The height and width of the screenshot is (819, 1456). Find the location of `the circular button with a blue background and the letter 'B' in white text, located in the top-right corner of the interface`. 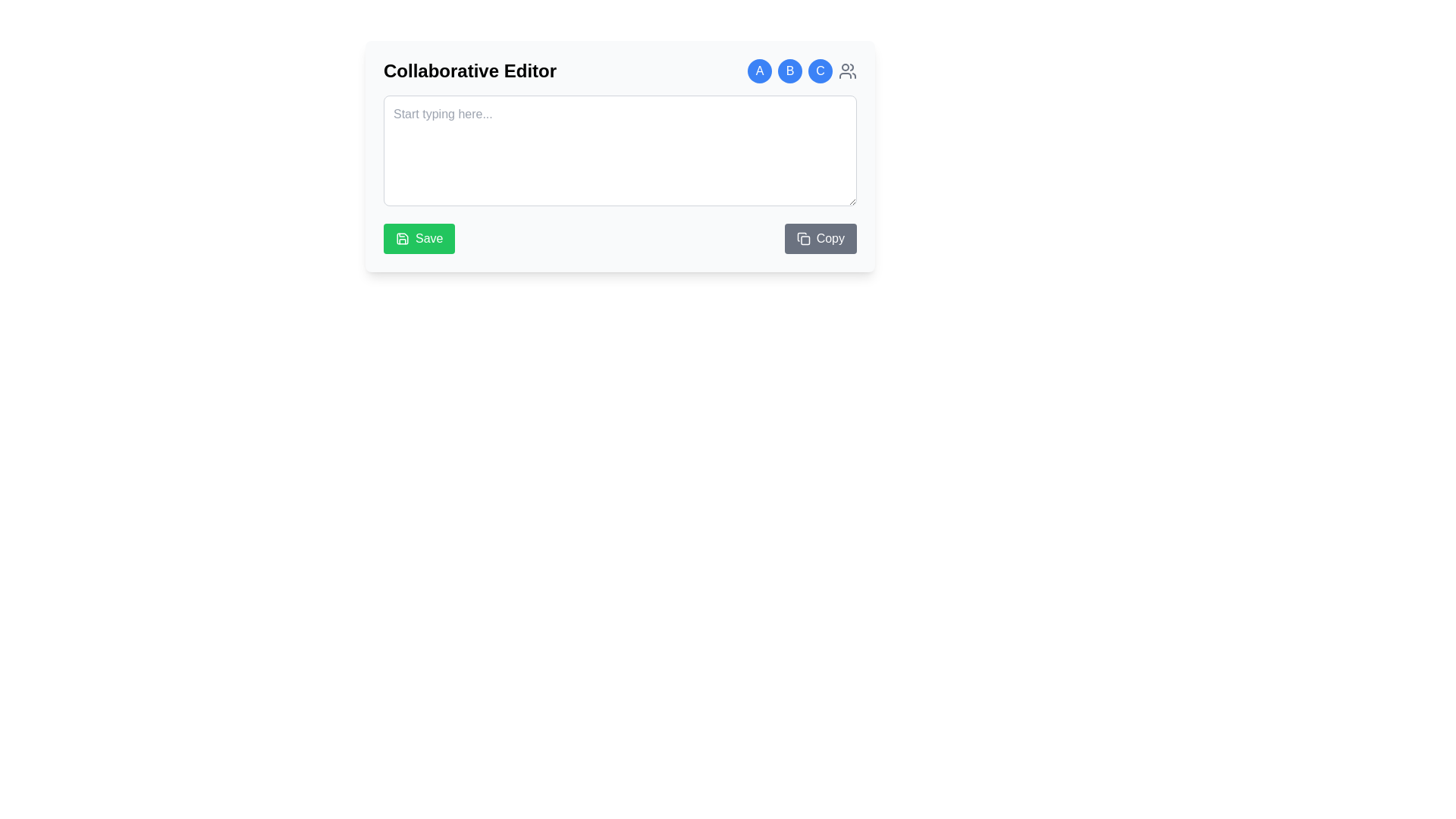

the circular button with a blue background and the letter 'B' in white text, located in the top-right corner of the interface is located at coordinates (789, 71).